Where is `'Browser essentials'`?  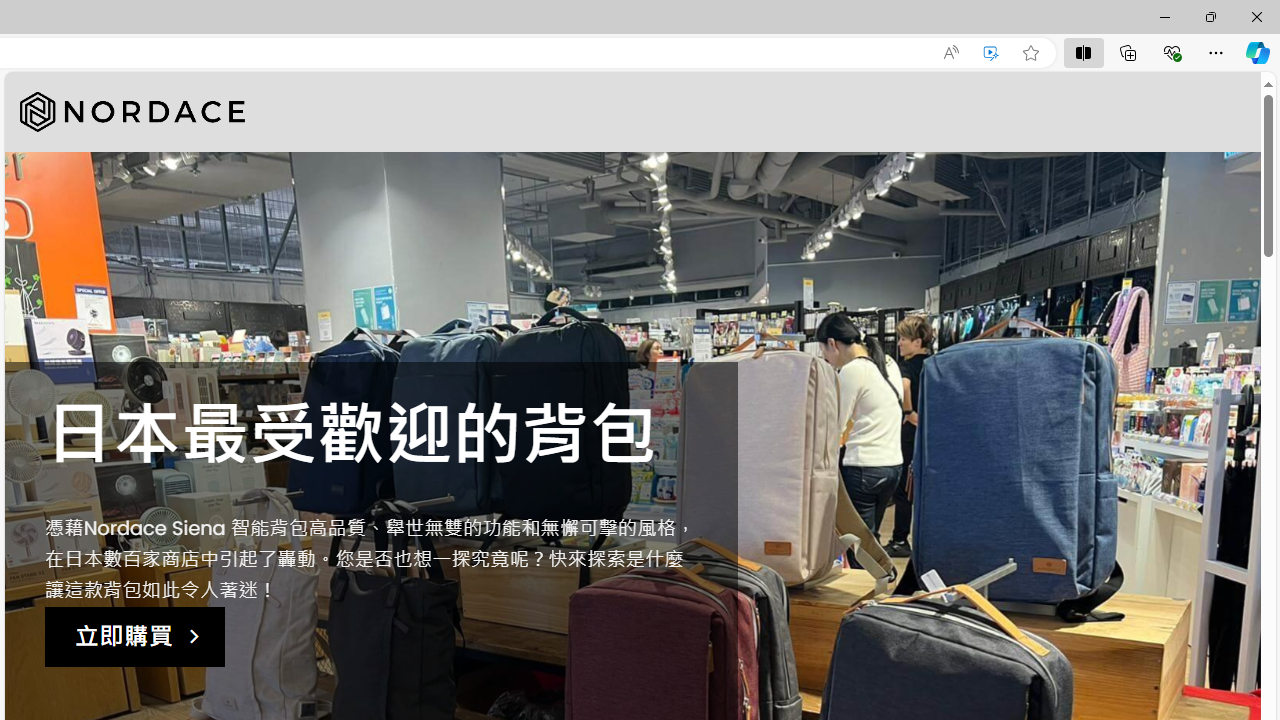 'Browser essentials' is located at coordinates (1171, 51).